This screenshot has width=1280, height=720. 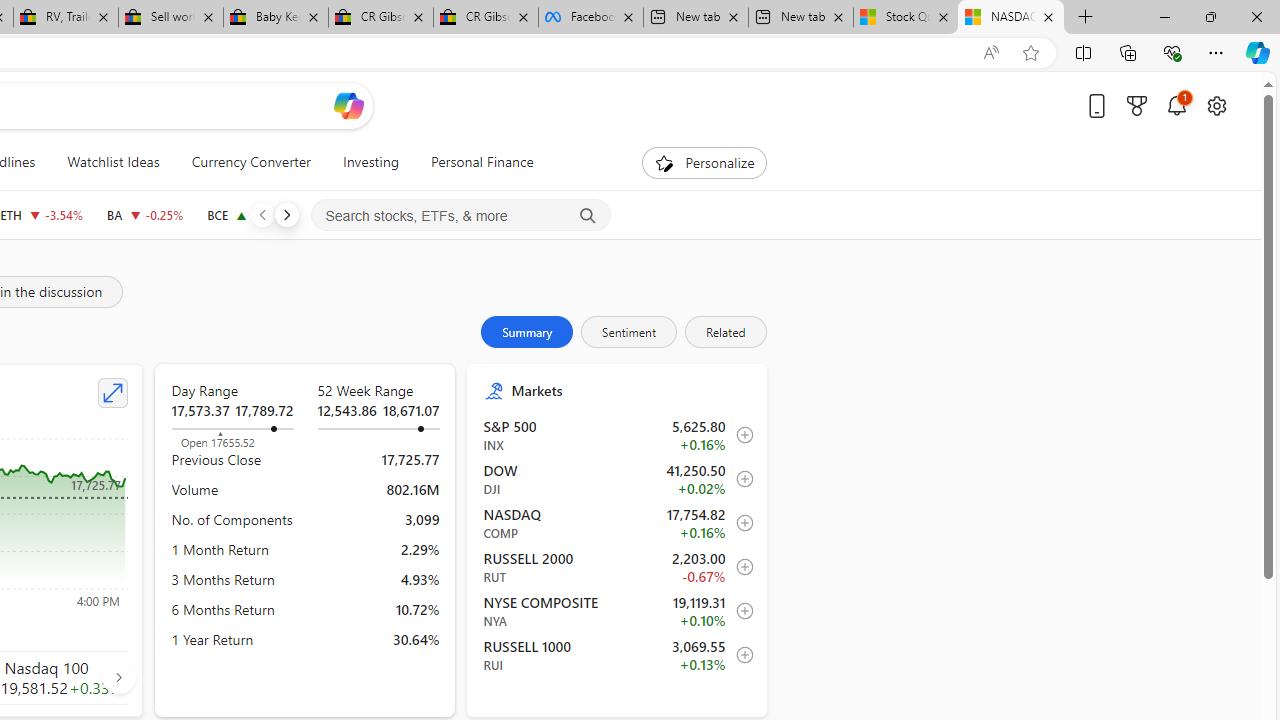 I want to click on 'Class: notInWatclistIcon-DS-EntryPoint1-5 lightTheme', so click(x=738, y=655).